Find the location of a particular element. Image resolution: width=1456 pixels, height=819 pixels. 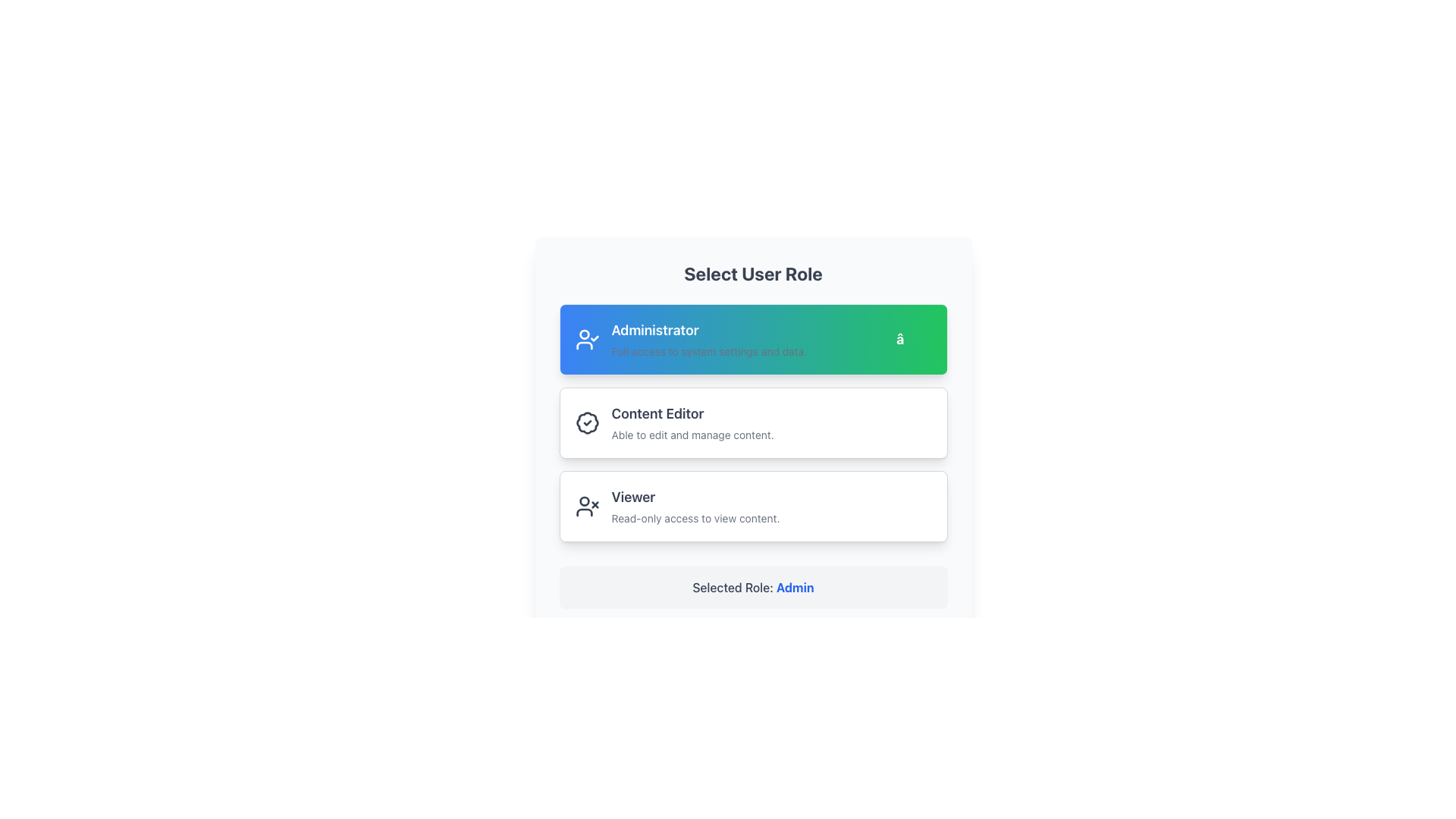

the static text header that says 'Select User Role', located centrally above the selectable user role options is located at coordinates (753, 274).